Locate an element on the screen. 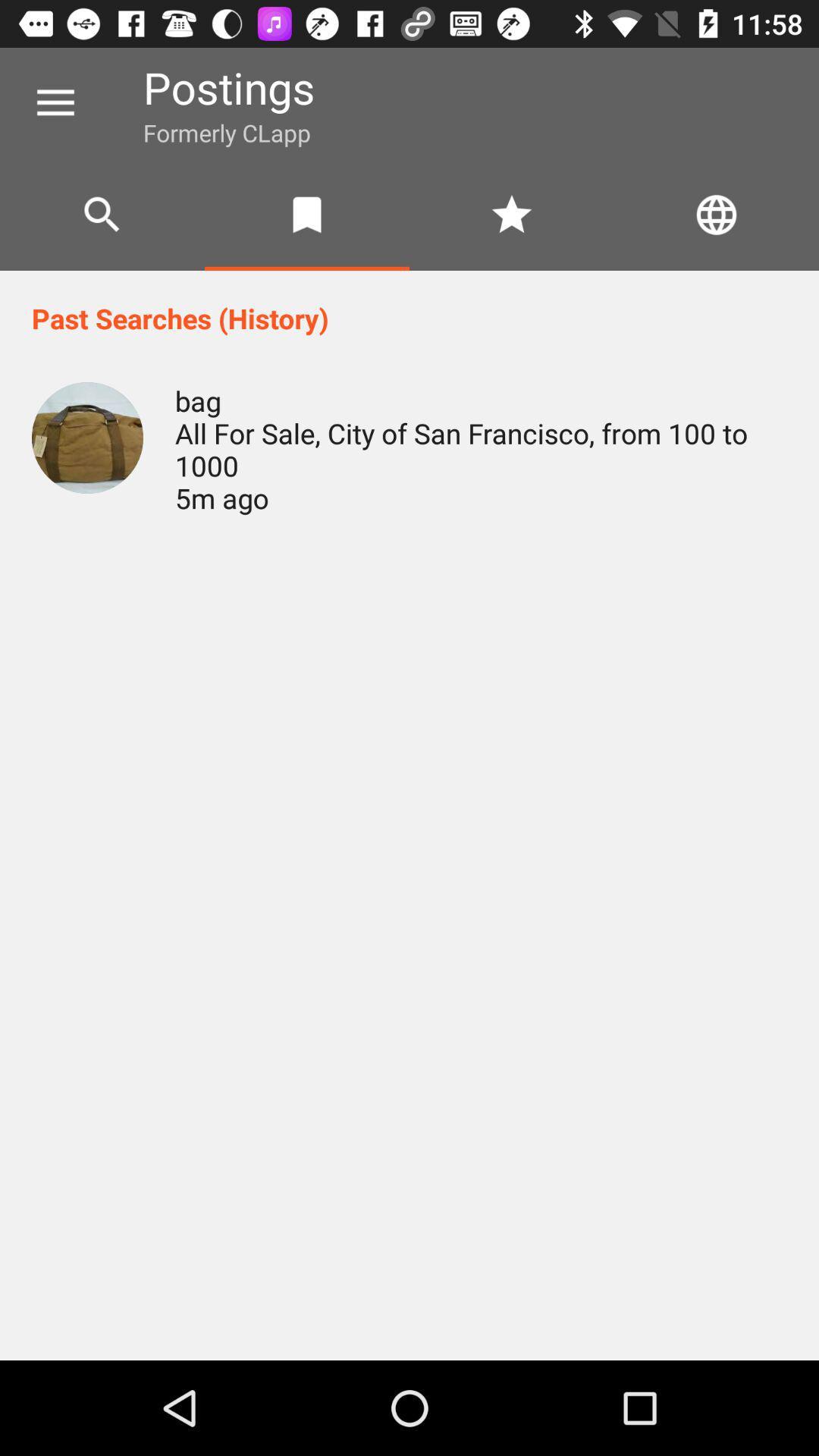 This screenshot has width=819, height=1456. item next to the postings item is located at coordinates (55, 102).